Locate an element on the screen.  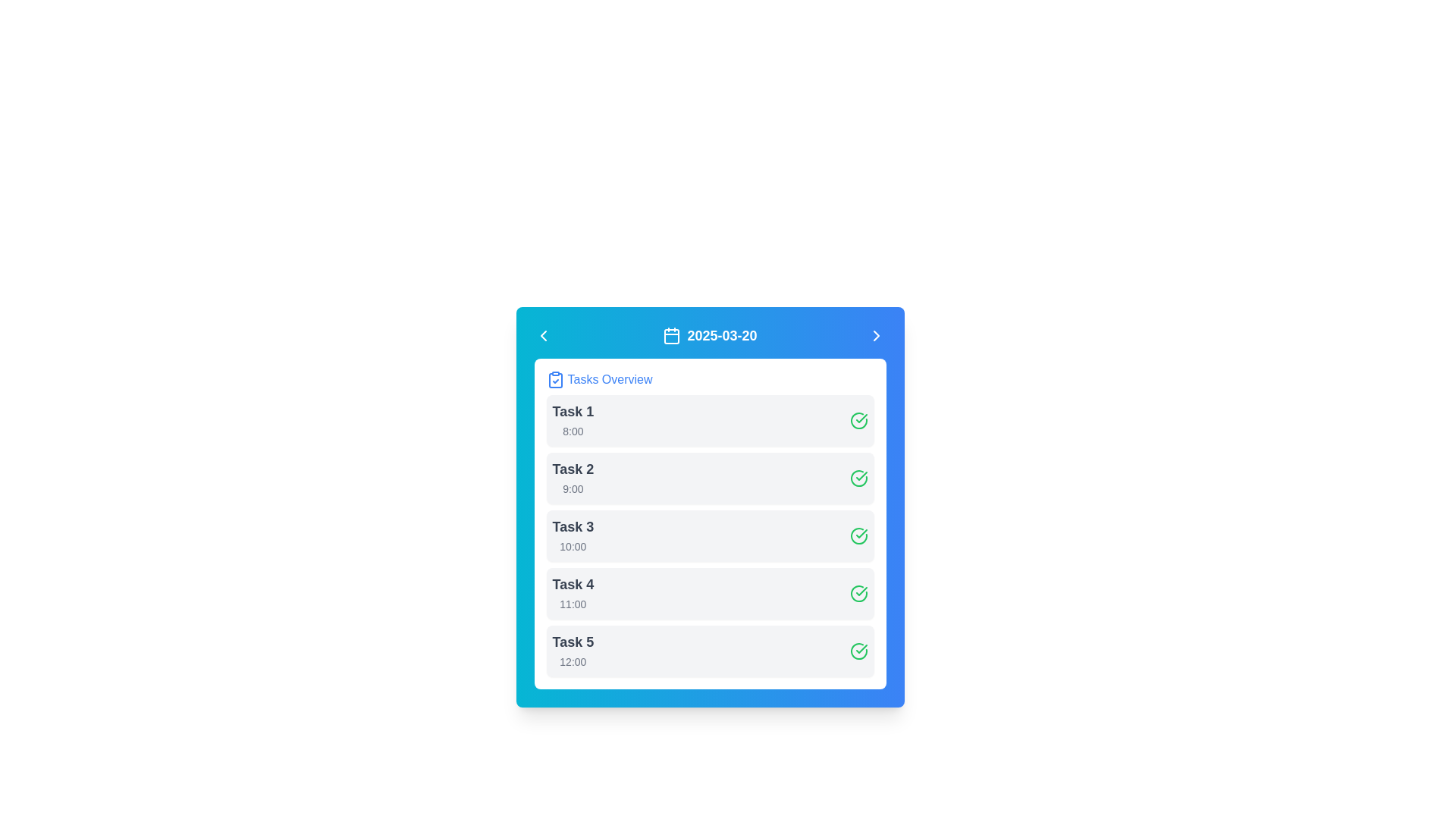
the green circular checkmark icon indicating completion for 'Task 4' located on the far right side of the task list is located at coordinates (858, 593).